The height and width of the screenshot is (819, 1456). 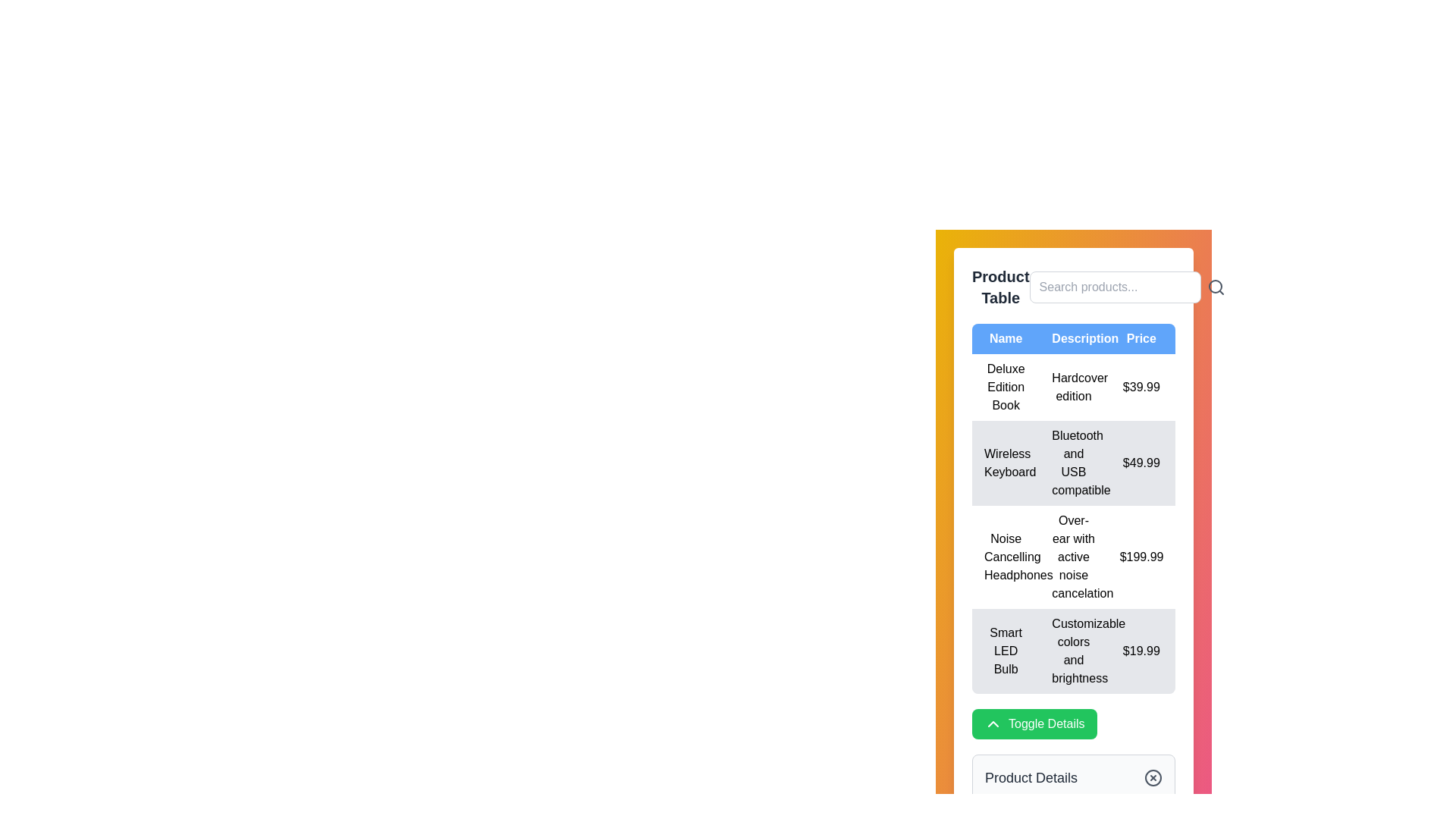 I want to click on the magnifying glass icon, which is styled with a circular shape and located to the far right of the search bar, to initiate a search, so click(x=1216, y=287).